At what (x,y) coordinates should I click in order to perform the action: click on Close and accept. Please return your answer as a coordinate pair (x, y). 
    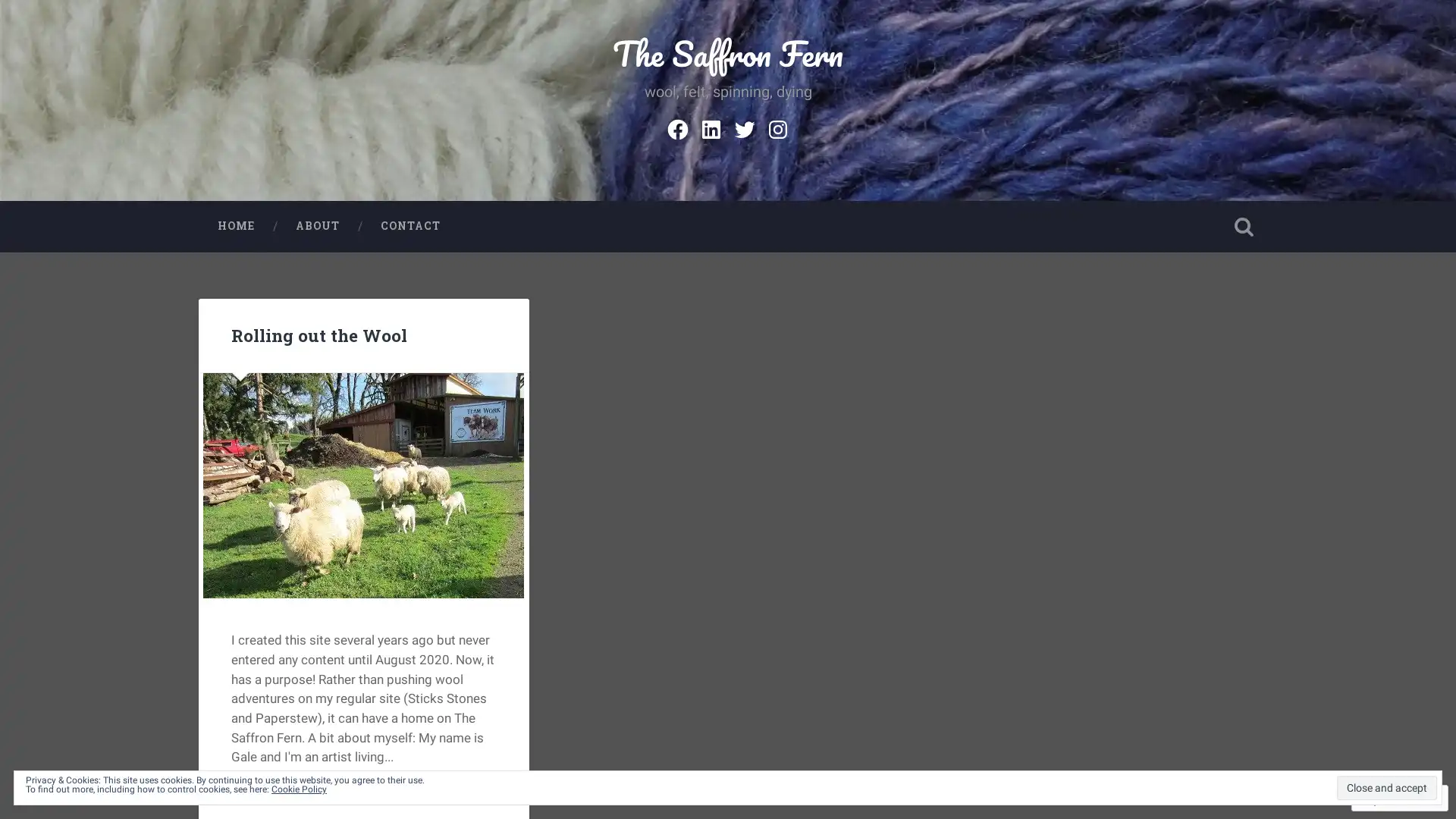
    Looking at the image, I should click on (1386, 786).